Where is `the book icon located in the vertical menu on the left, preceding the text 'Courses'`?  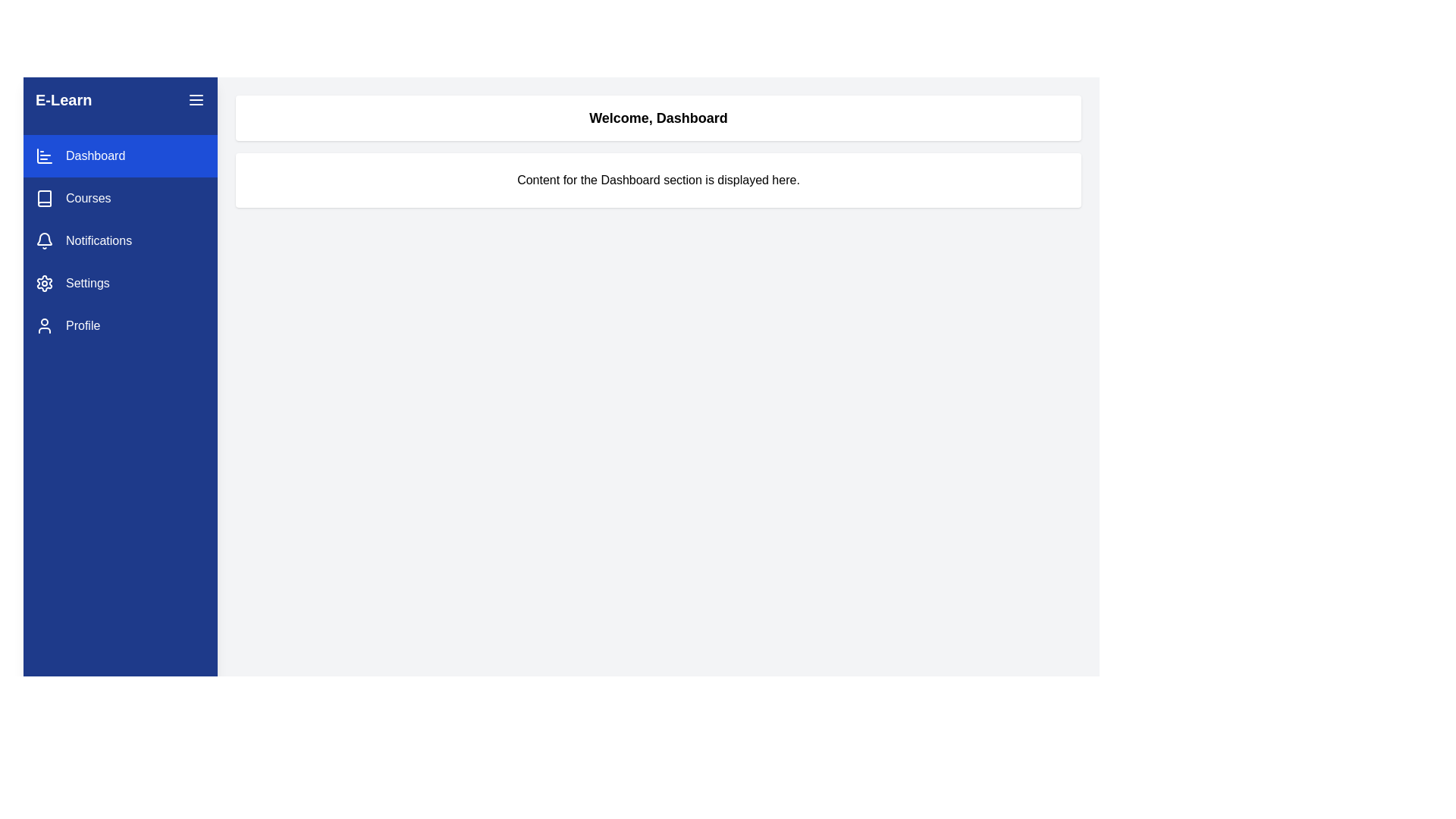 the book icon located in the vertical menu on the left, preceding the text 'Courses' is located at coordinates (44, 198).